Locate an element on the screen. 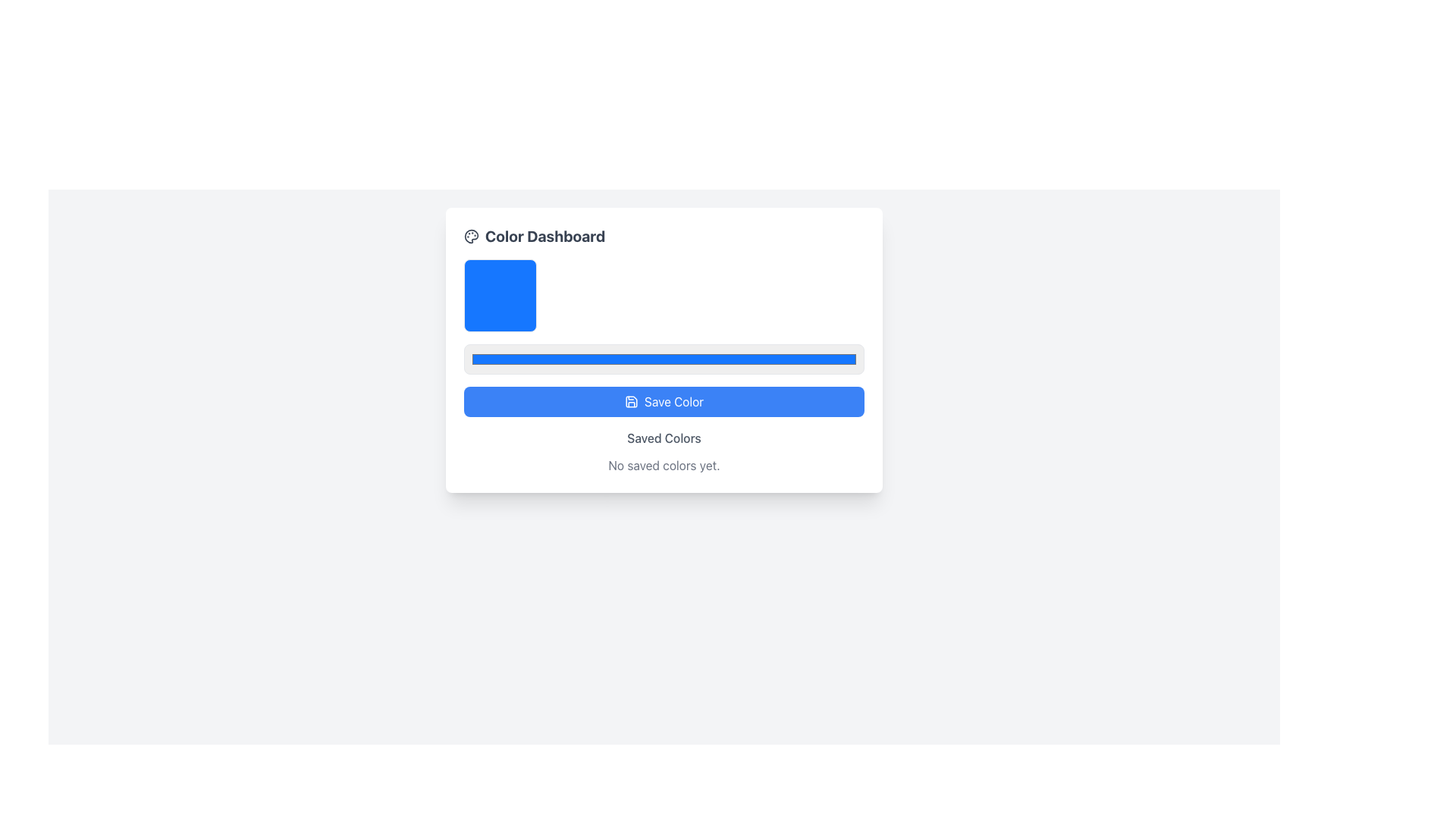 The height and width of the screenshot is (819, 1456). the Text Label that serves as a header for the section displaying saved color information, located roughly at the center of the viewport horizontally, above the text 'No saved colors yet.' is located at coordinates (664, 438).